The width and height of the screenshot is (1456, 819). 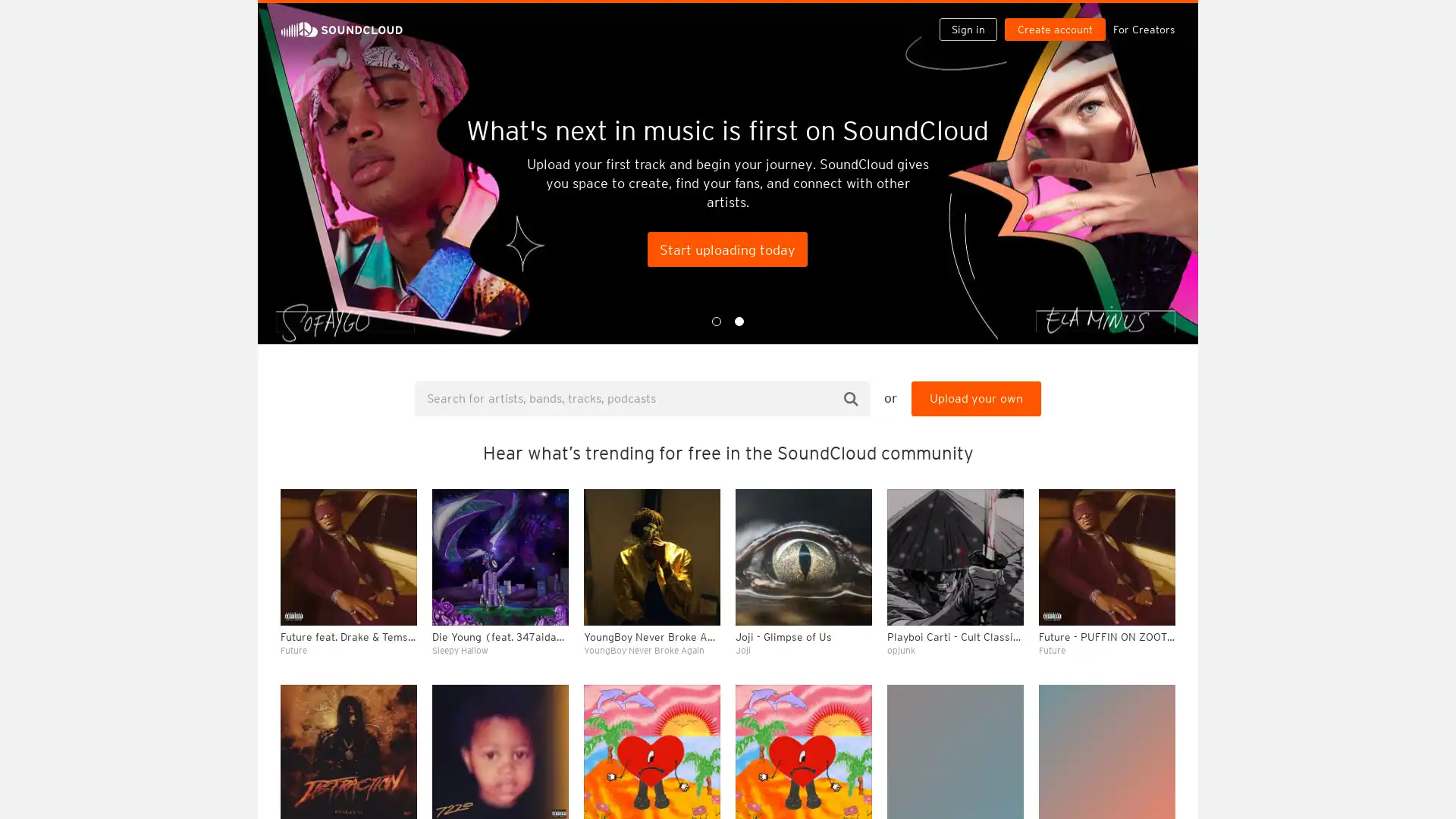 I want to click on Search, so click(x=919, y=17).